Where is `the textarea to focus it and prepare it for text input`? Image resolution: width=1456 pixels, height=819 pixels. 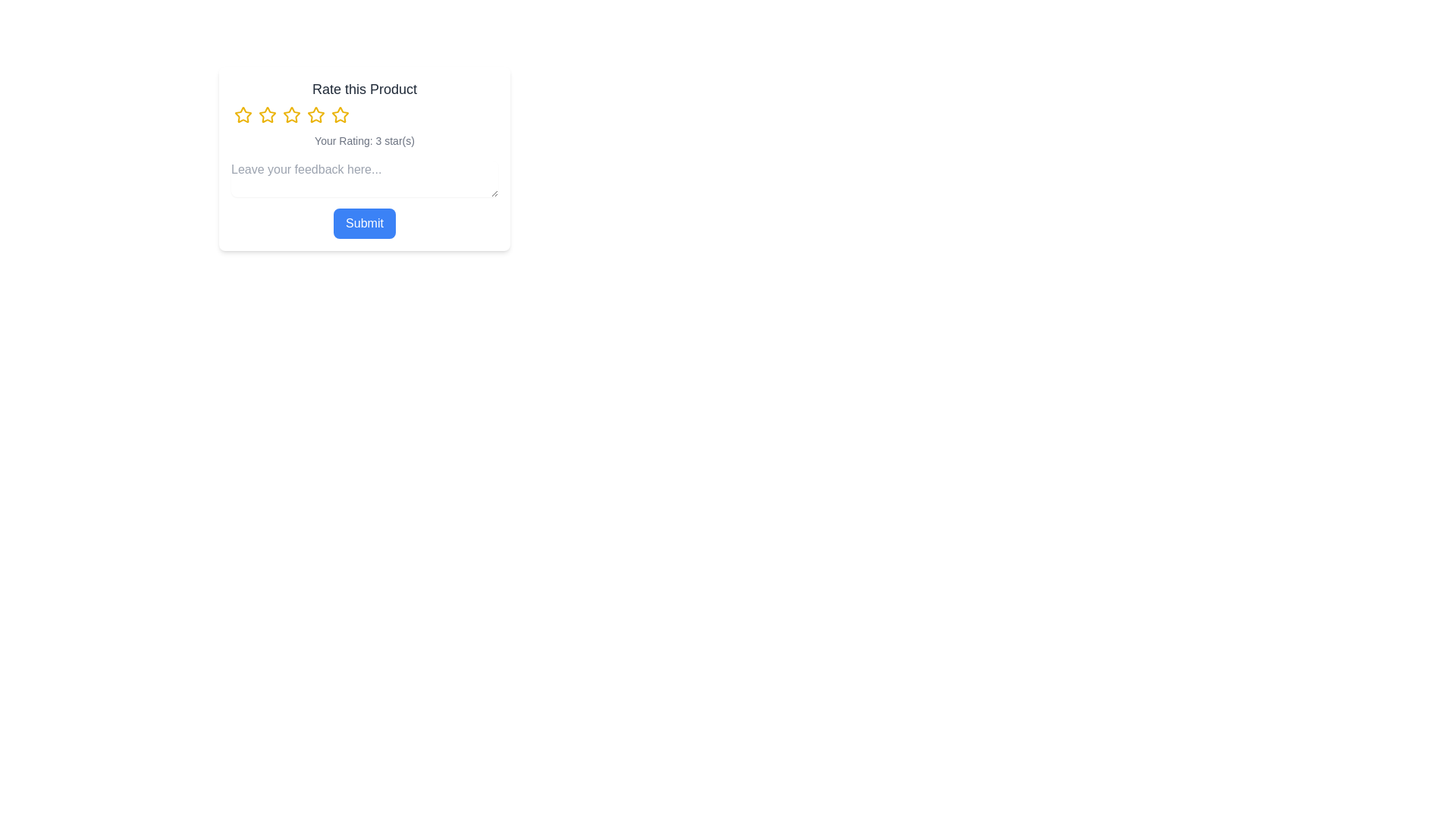 the textarea to focus it and prepare it for text input is located at coordinates (364, 177).